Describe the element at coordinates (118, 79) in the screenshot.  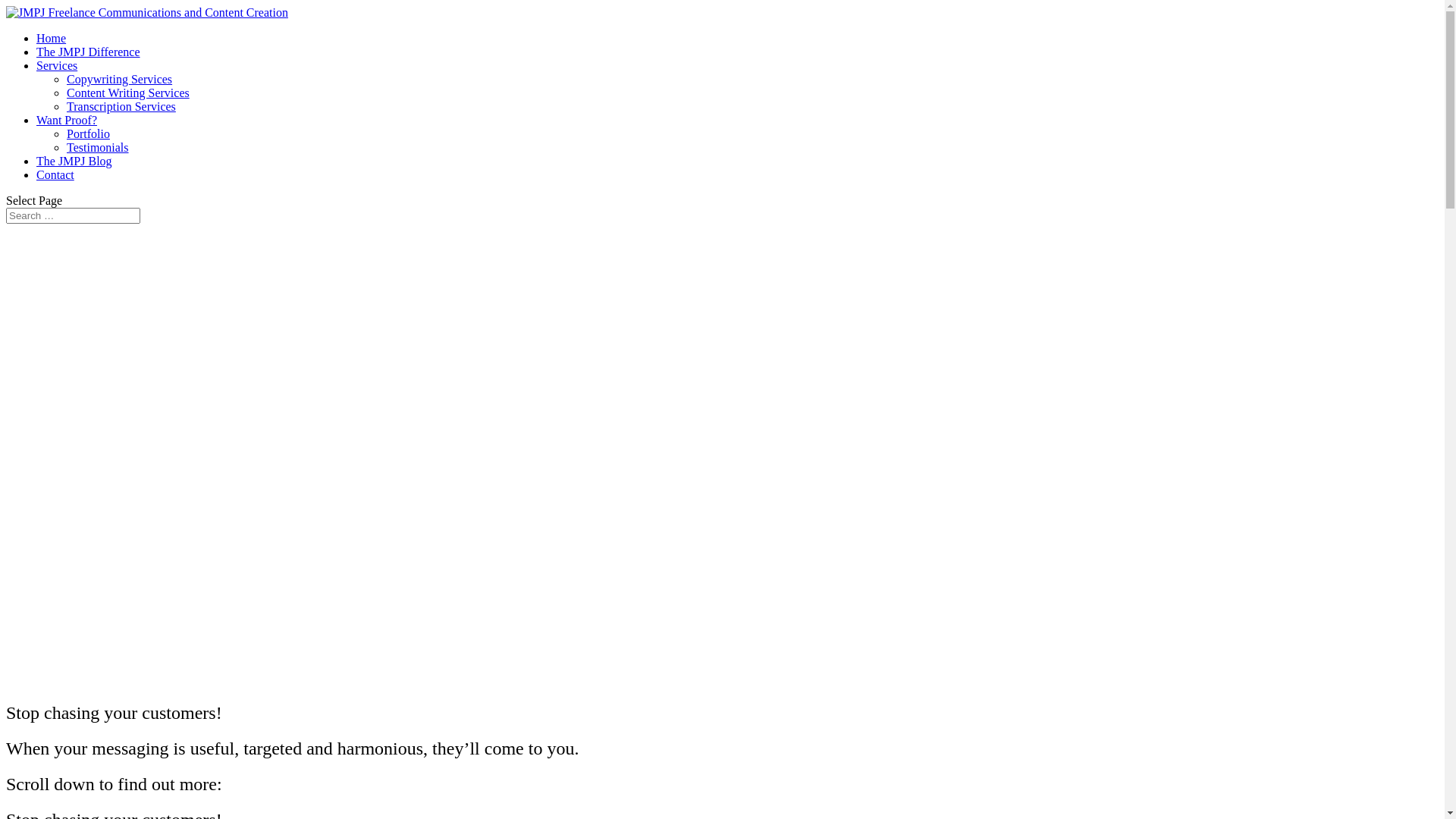
I see `'Copywriting Services'` at that location.